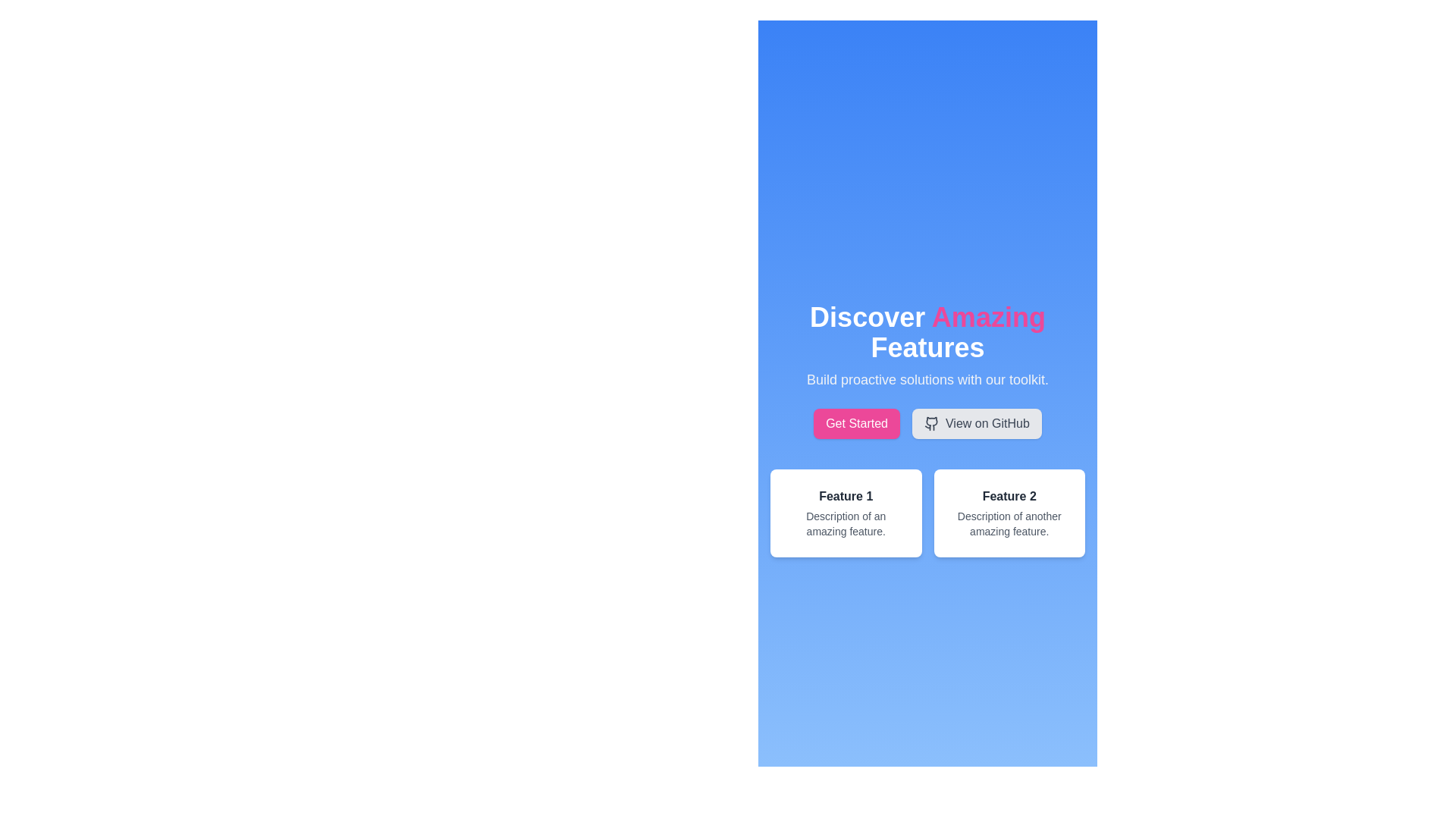  Describe the element at coordinates (927, 513) in the screenshot. I see `the information card in the grid located at the lower section of the interface, below the 'Get Started' and 'View on GitHub' buttons` at that location.